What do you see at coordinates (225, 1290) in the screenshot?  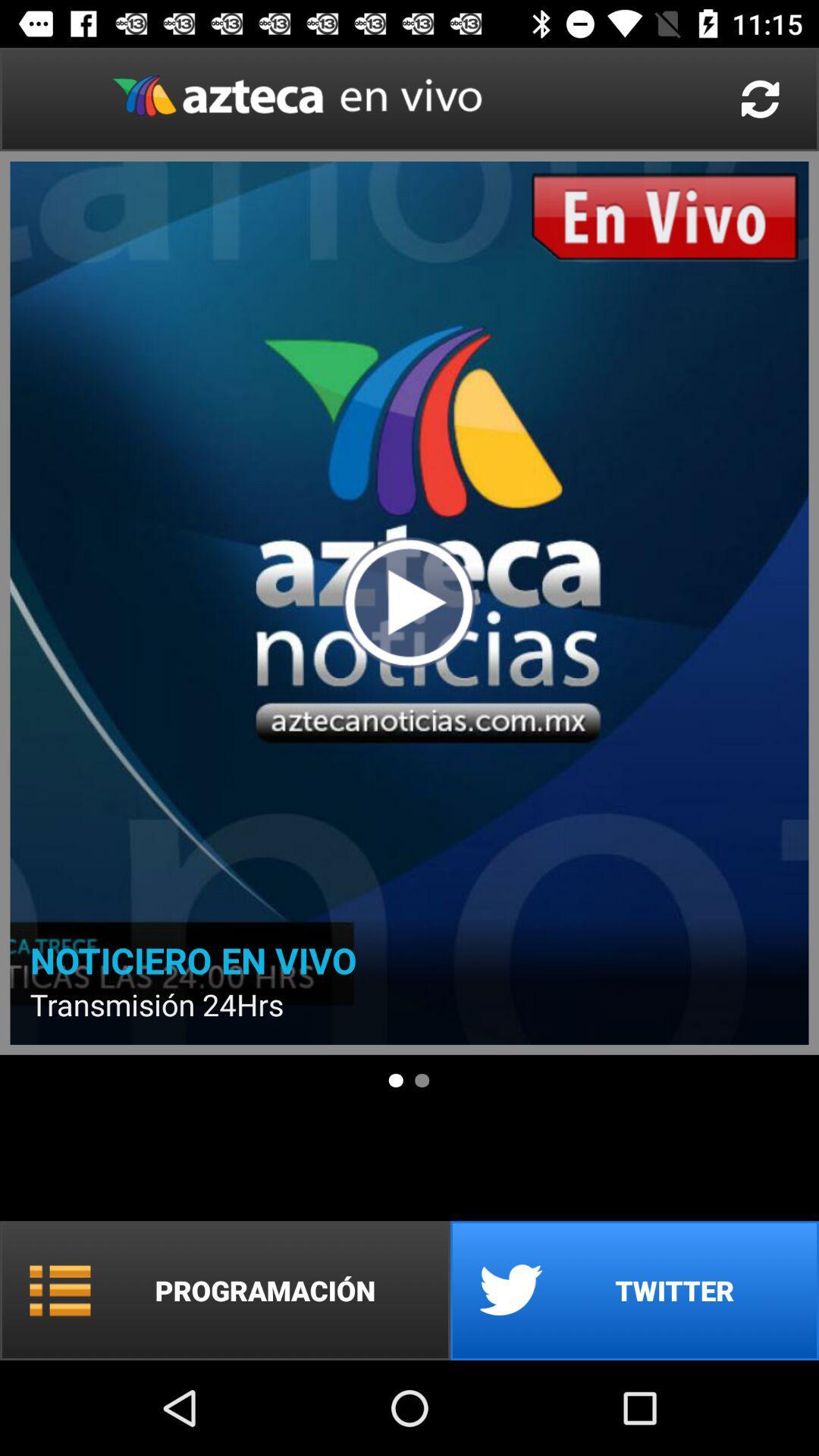 I see `item below . icon` at bounding box center [225, 1290].